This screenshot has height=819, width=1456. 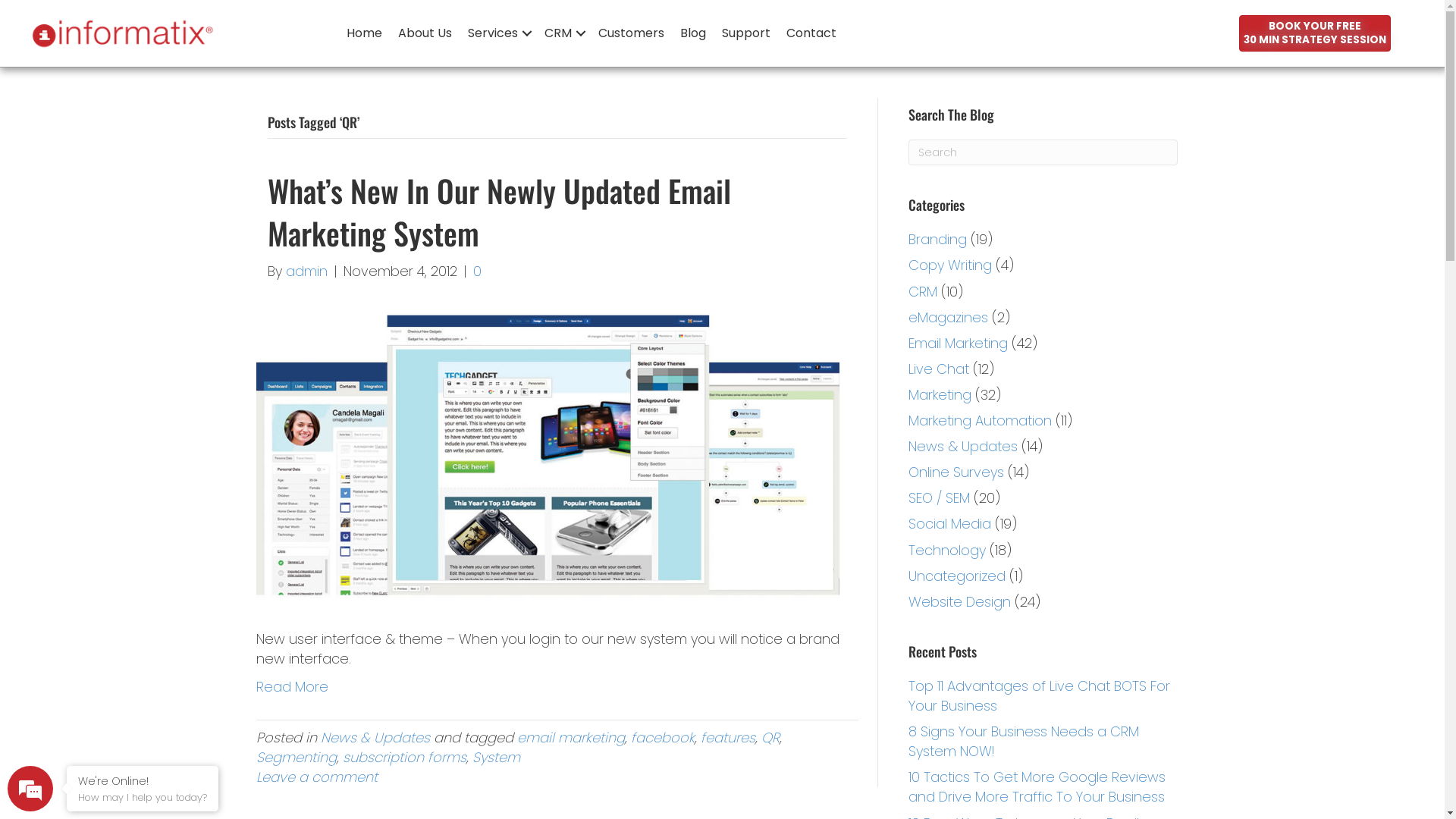 What do you see at coordinates (296, 757) in the screenshot?
I see `'Segmenting'` at bounding box center [296, 757].